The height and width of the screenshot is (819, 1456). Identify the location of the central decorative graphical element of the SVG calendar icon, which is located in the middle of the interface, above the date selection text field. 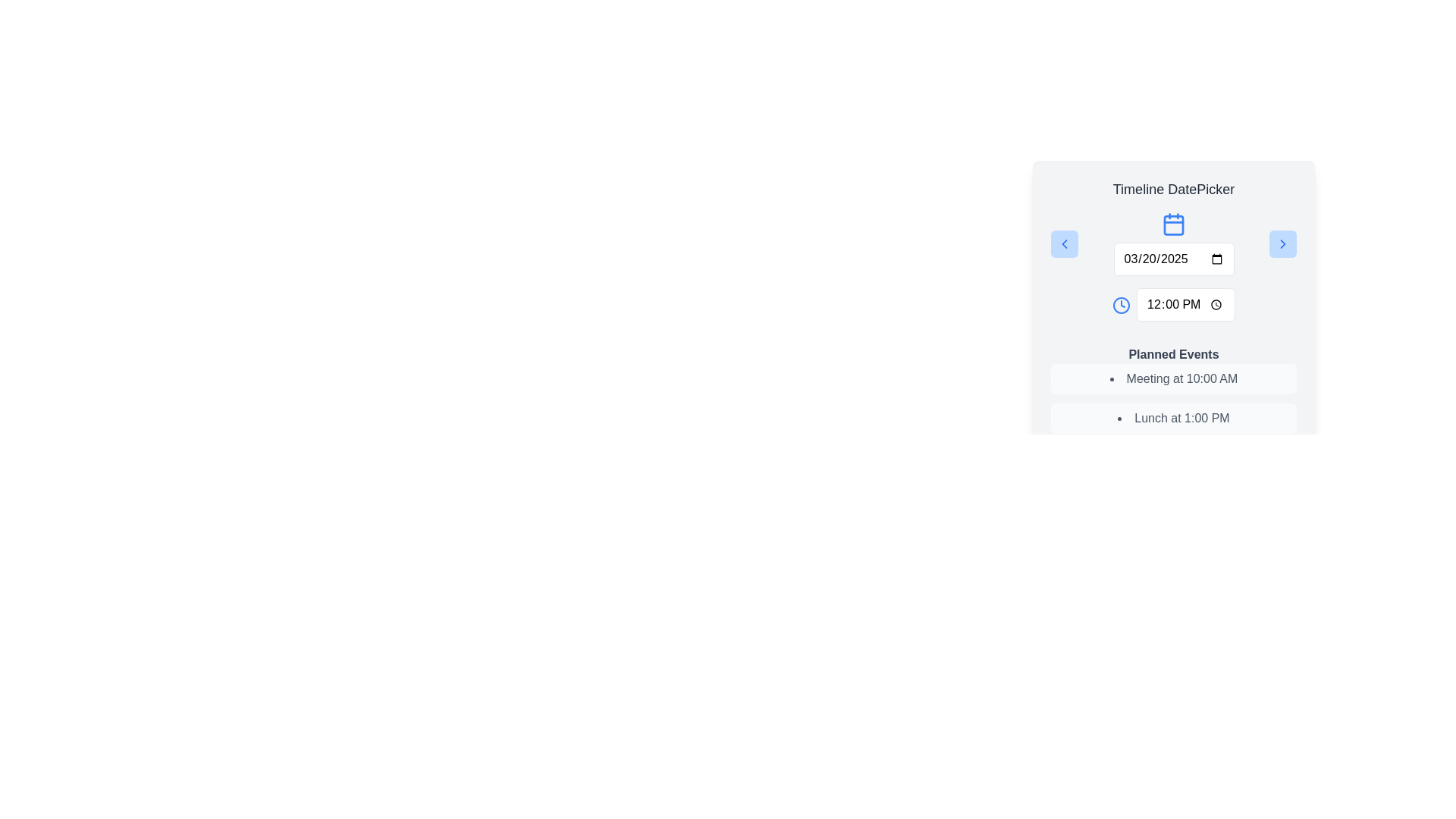
(1173, 225).